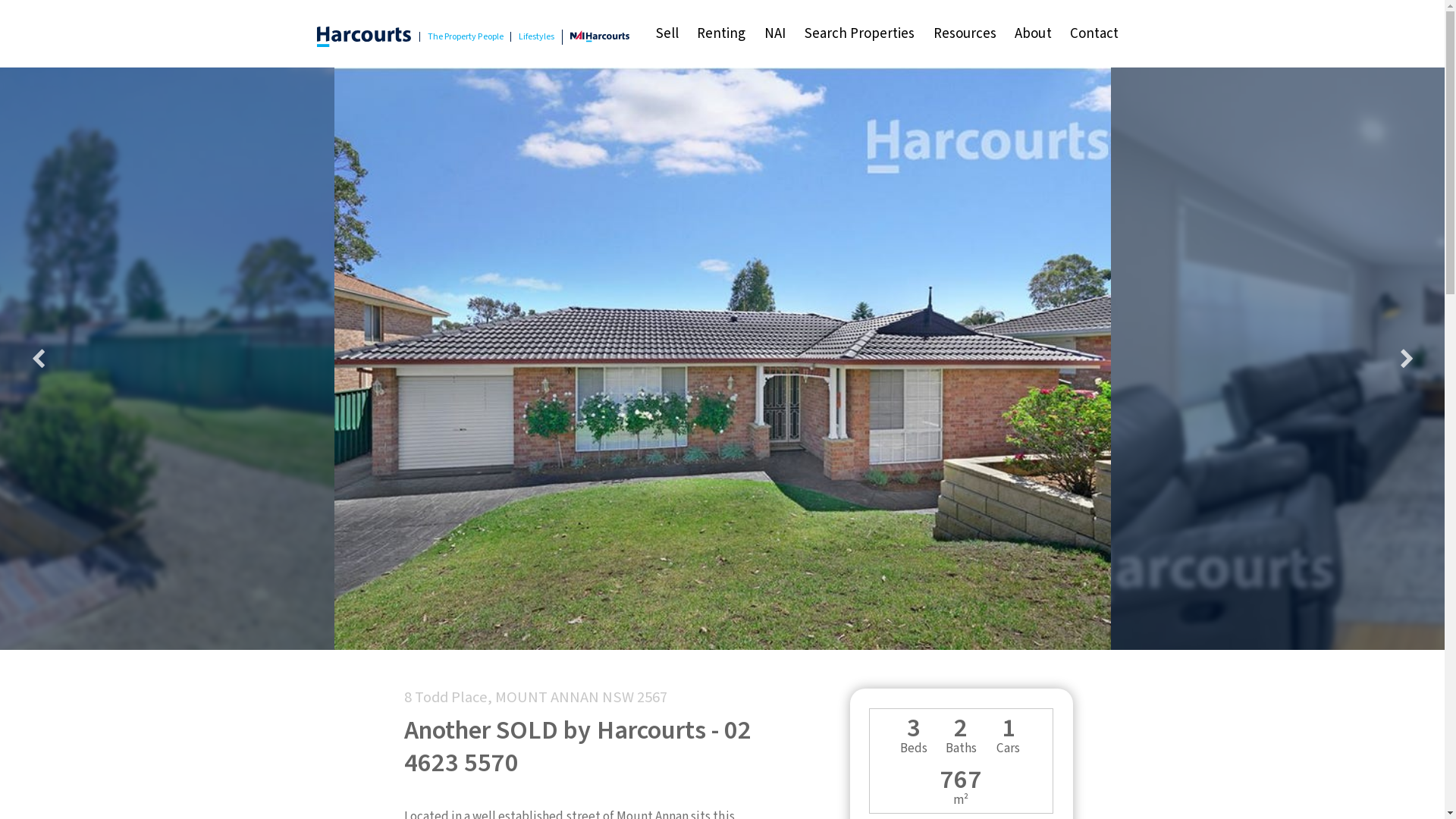 The width and height of the screenshot is (1456, 819). What do you see at coordinates (1094, 34) in the screenshot?
I see `'Contact'` at bounding box center [1094, 34].